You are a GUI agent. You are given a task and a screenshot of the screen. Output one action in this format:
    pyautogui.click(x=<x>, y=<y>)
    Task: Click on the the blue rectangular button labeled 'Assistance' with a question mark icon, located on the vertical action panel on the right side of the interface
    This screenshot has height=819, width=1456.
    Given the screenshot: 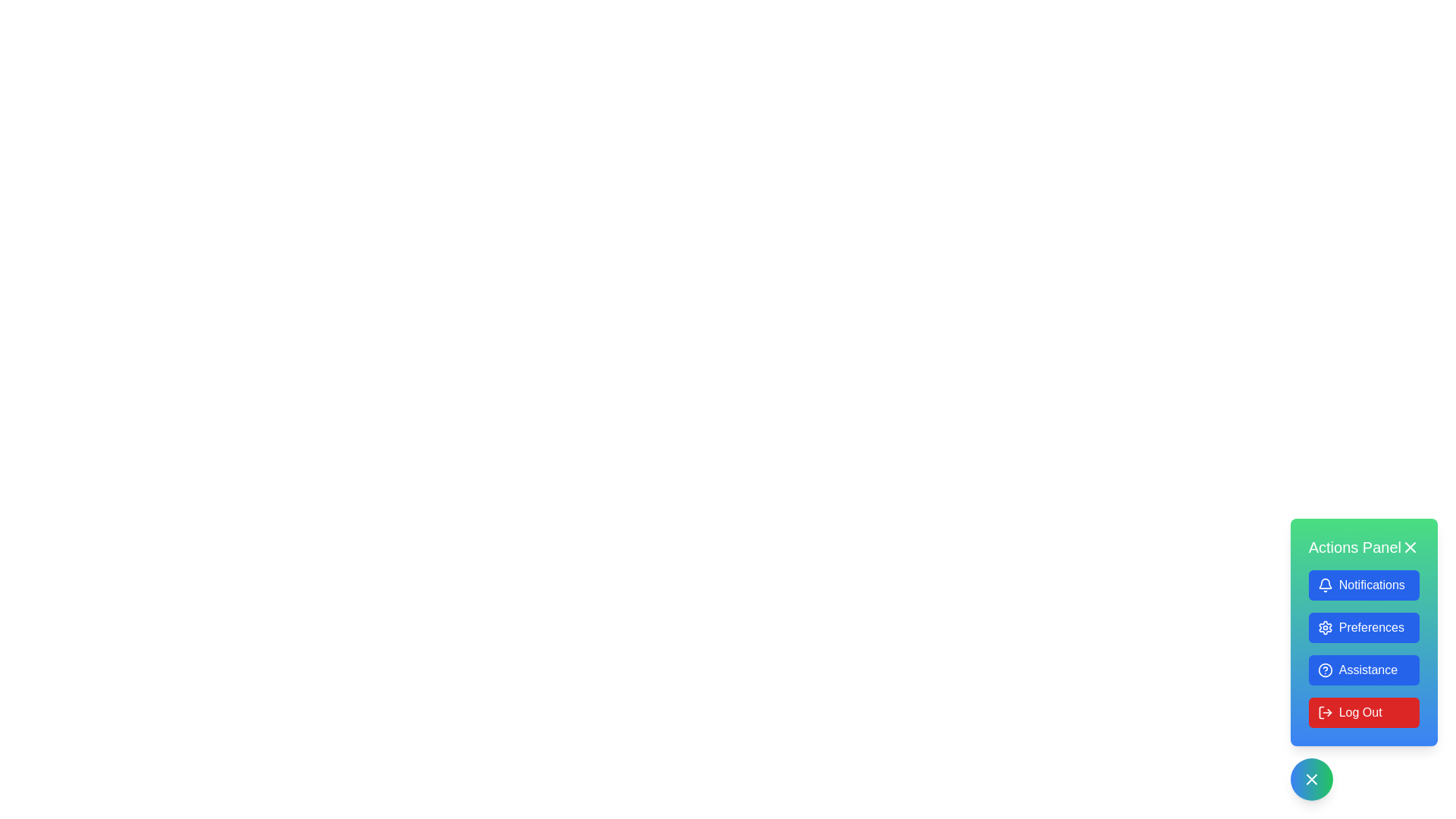 What is the action you would take?
    pyautogui.click(x=1363, y=669)
    